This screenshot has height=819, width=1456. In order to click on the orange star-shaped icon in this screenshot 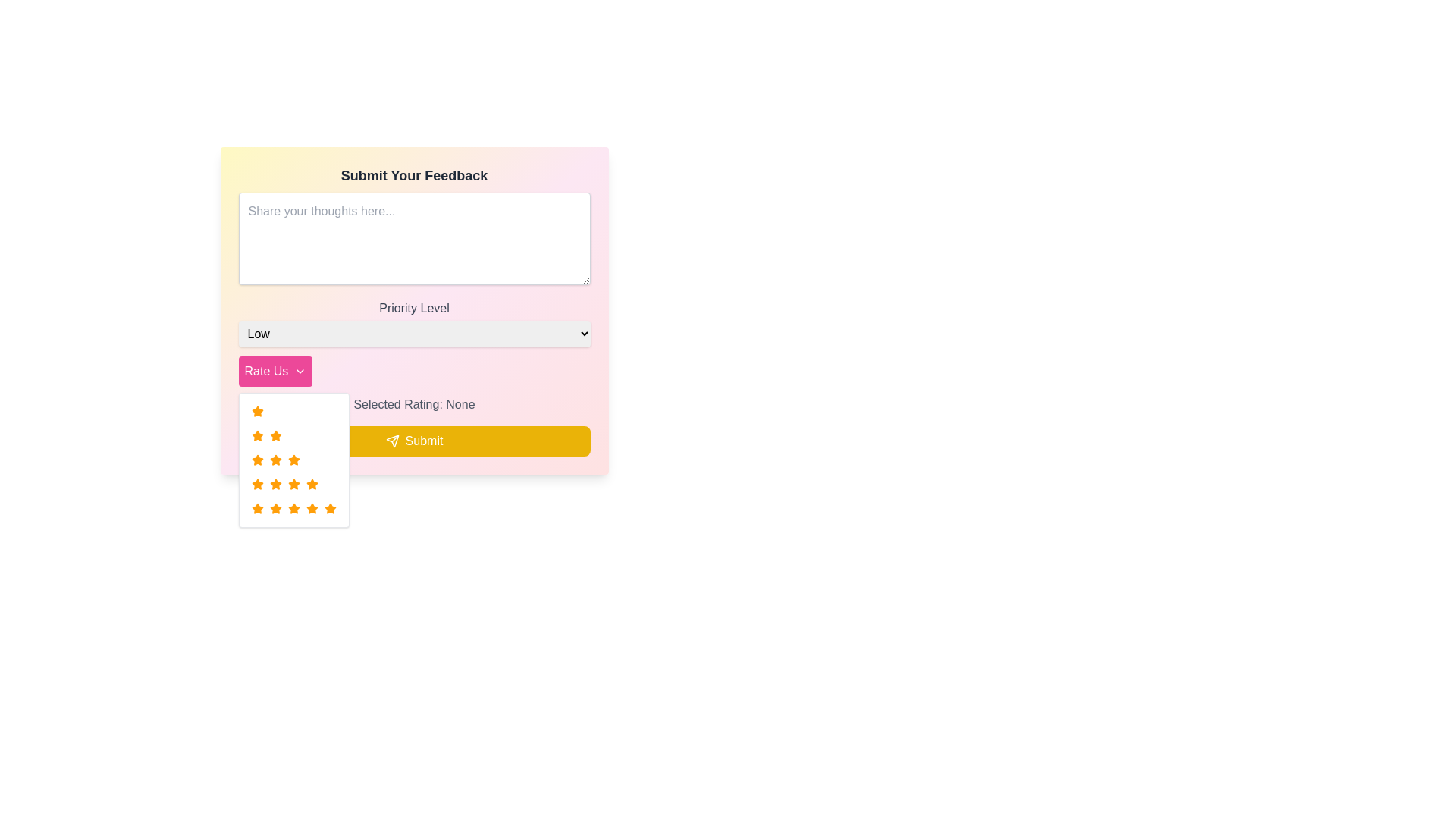, I will do `click(275, 435)`.